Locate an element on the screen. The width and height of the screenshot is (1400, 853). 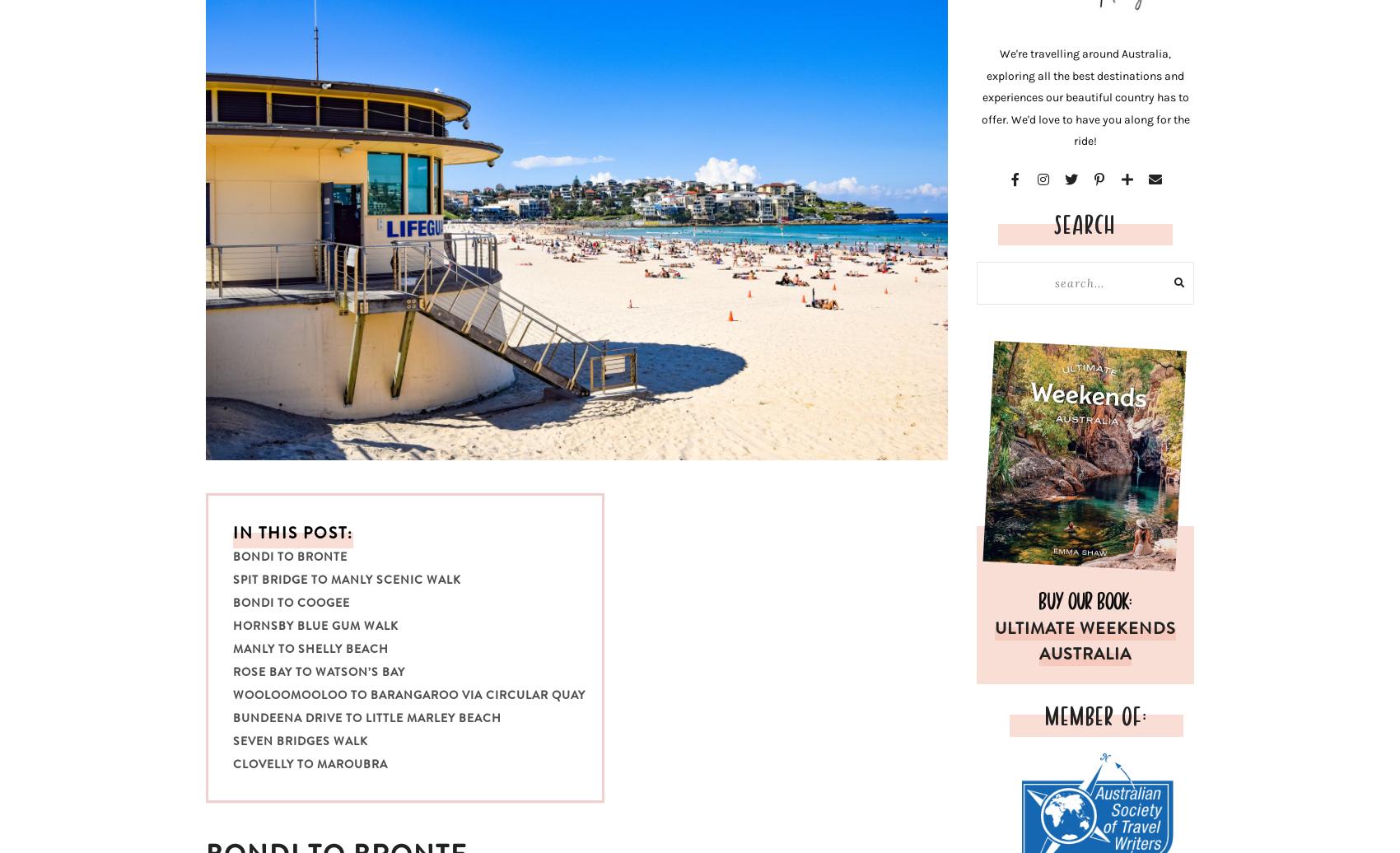
'ULTIMATE WEEKENDS AUSTRALIA' is located at coordinates (1085, 641).